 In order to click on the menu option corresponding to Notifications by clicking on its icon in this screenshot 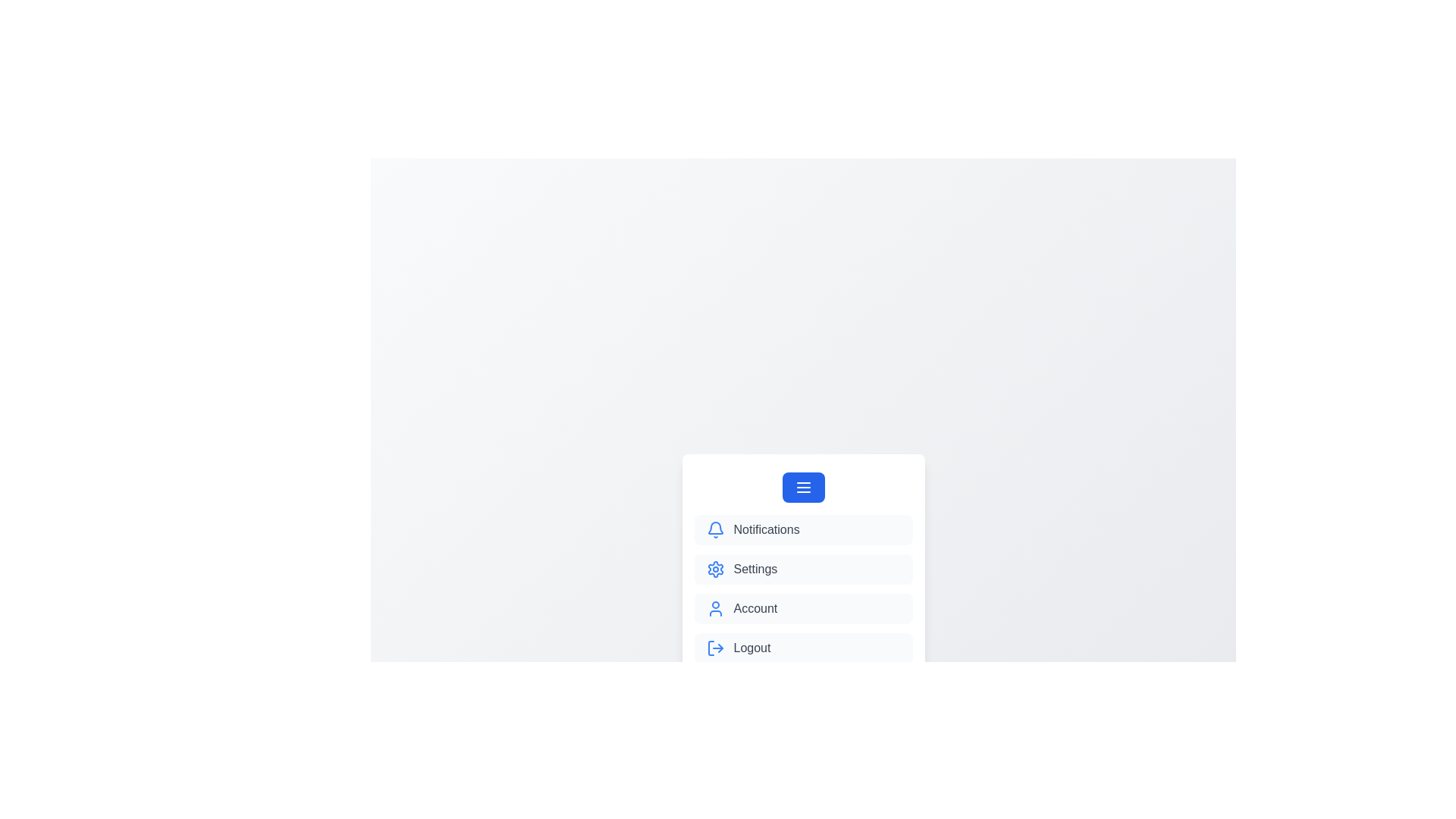, I will do `click(714, 529)`.